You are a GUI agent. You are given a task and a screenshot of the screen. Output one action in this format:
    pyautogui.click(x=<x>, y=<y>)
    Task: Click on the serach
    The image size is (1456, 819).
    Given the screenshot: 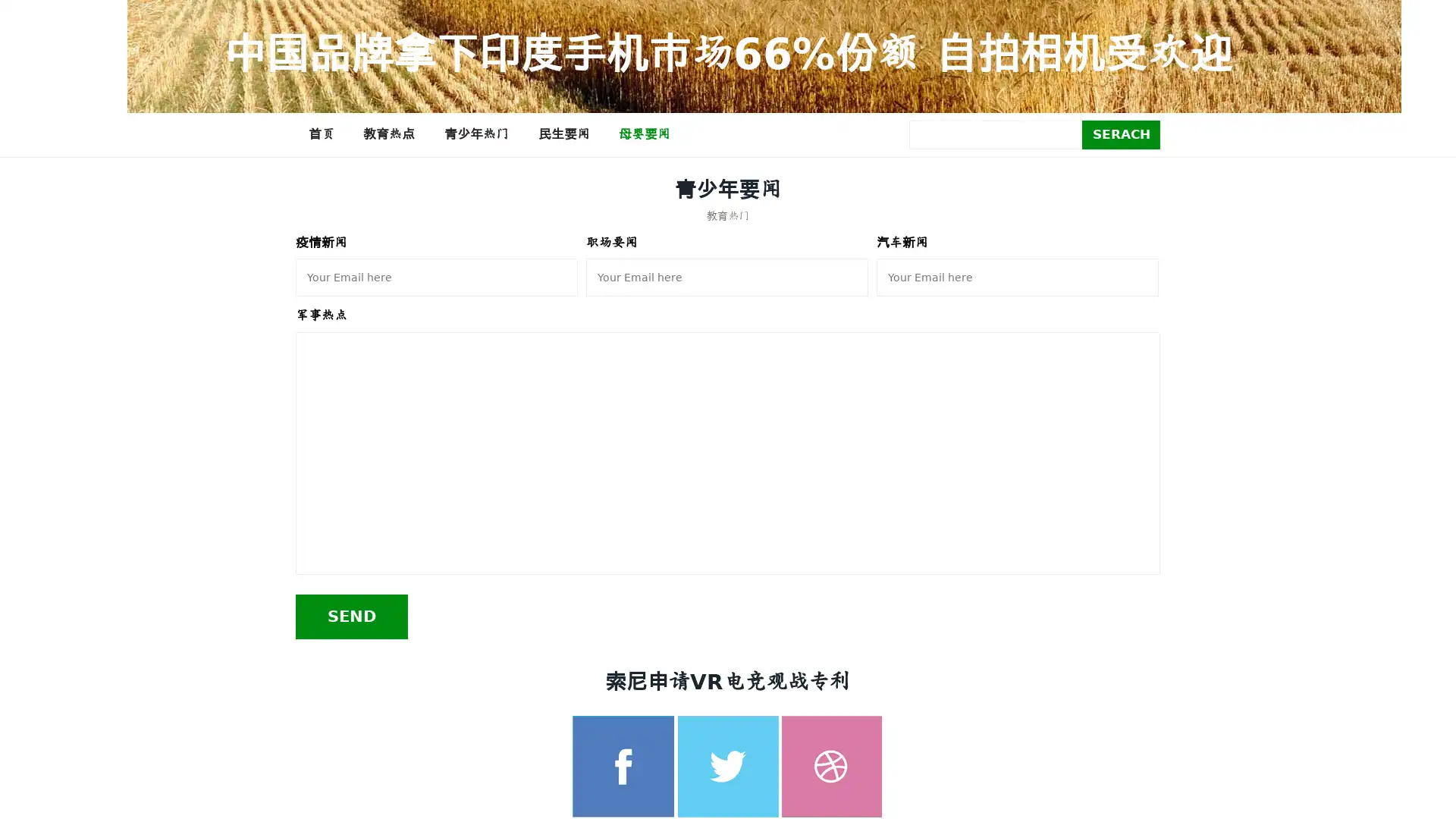 What is the action you would take?
    pyautogui.click(x=1121, y=133)
    